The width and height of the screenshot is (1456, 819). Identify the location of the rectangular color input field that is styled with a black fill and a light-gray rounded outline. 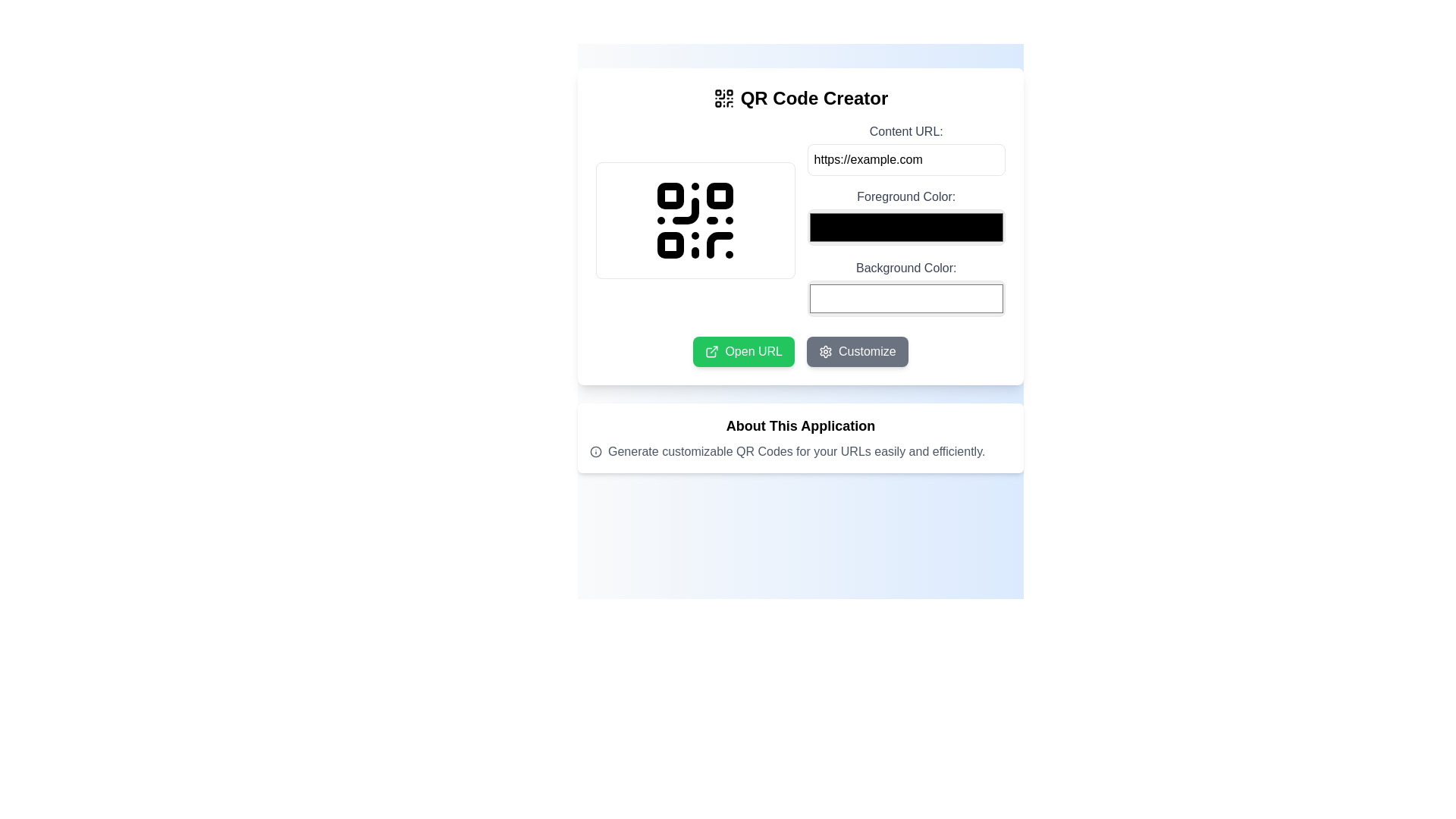
(906, 227).